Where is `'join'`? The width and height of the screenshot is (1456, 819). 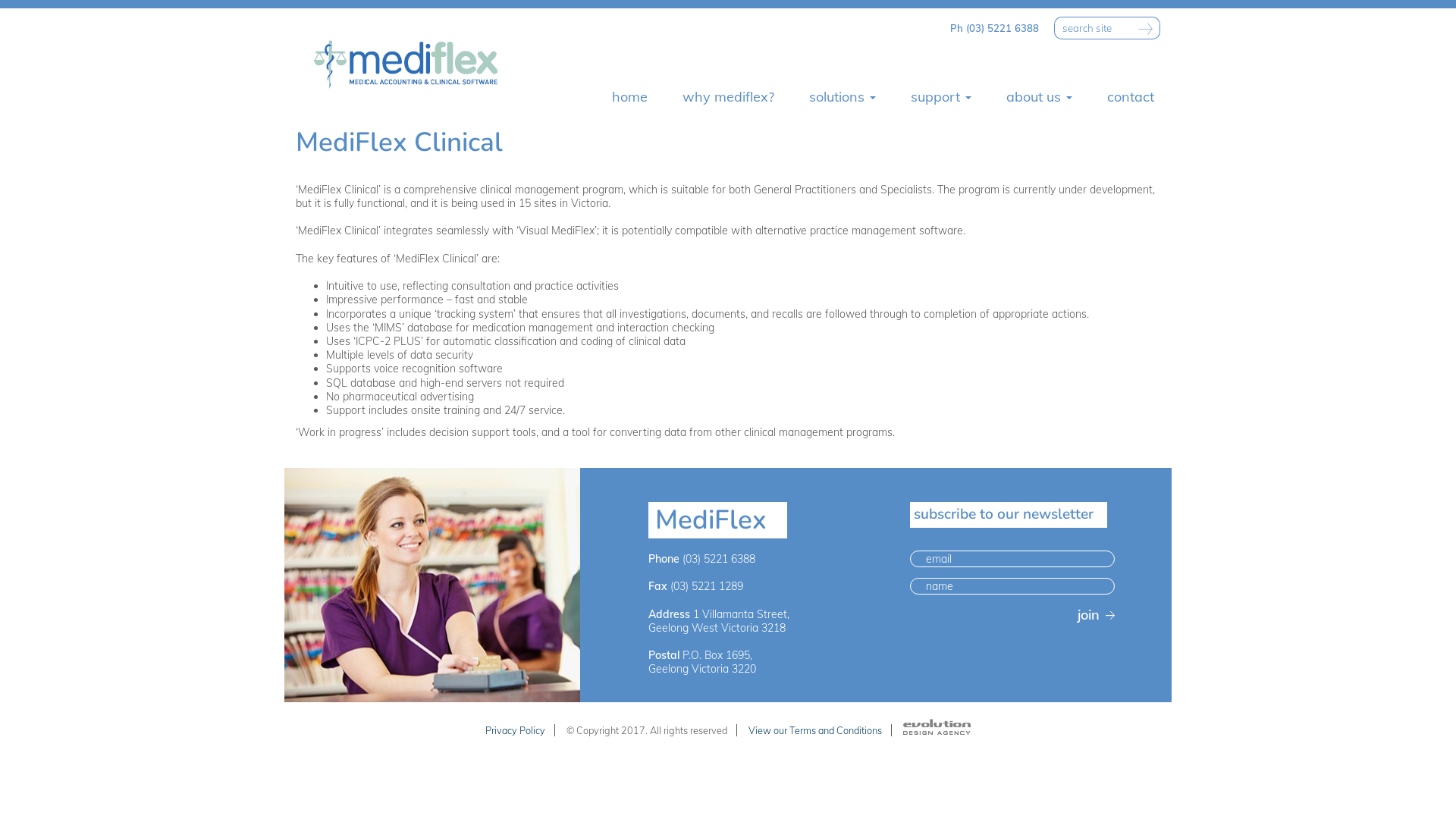
'join' is located at coordinates (1062, 614).